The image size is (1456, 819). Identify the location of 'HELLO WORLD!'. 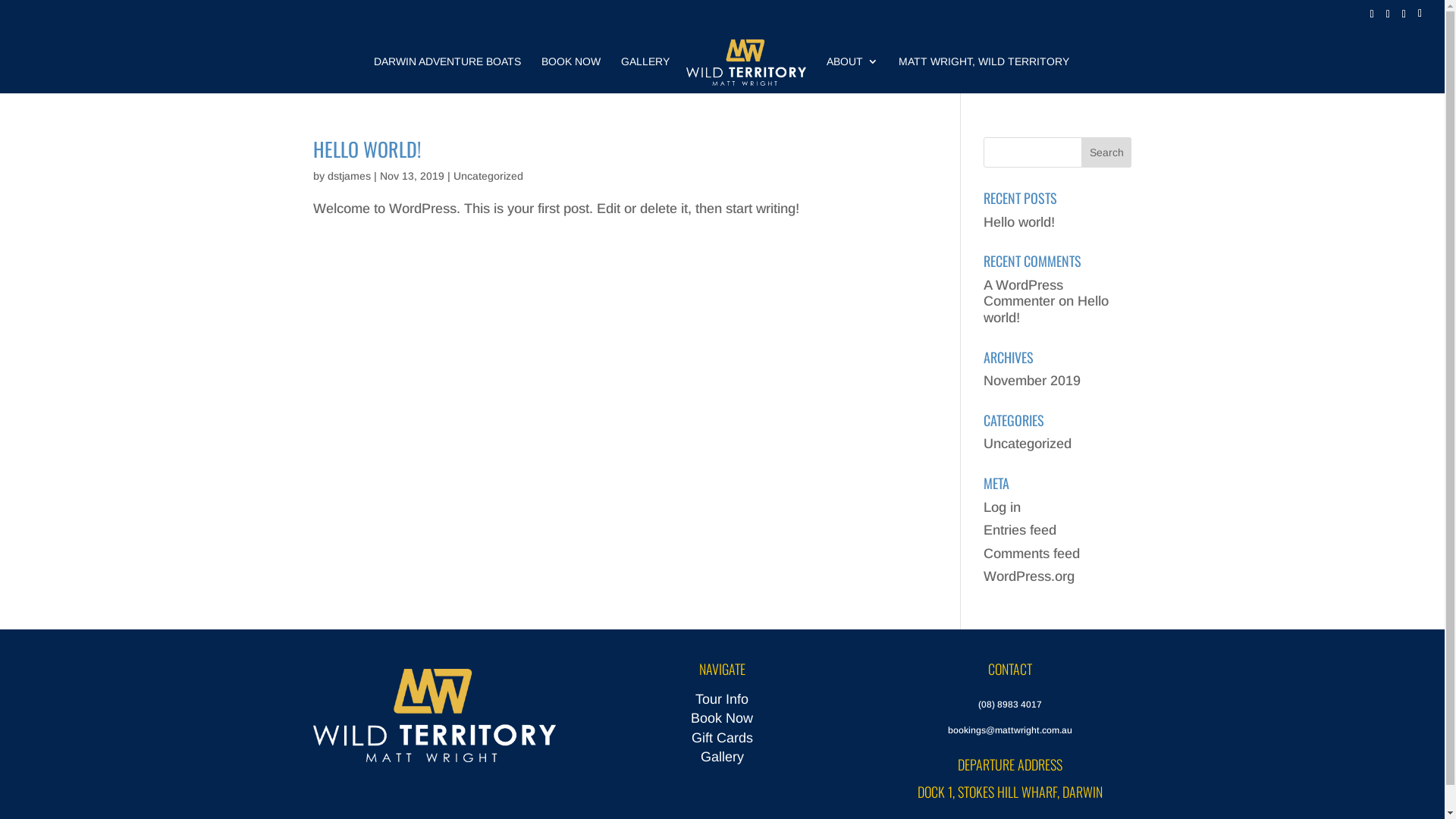
(312, 149).